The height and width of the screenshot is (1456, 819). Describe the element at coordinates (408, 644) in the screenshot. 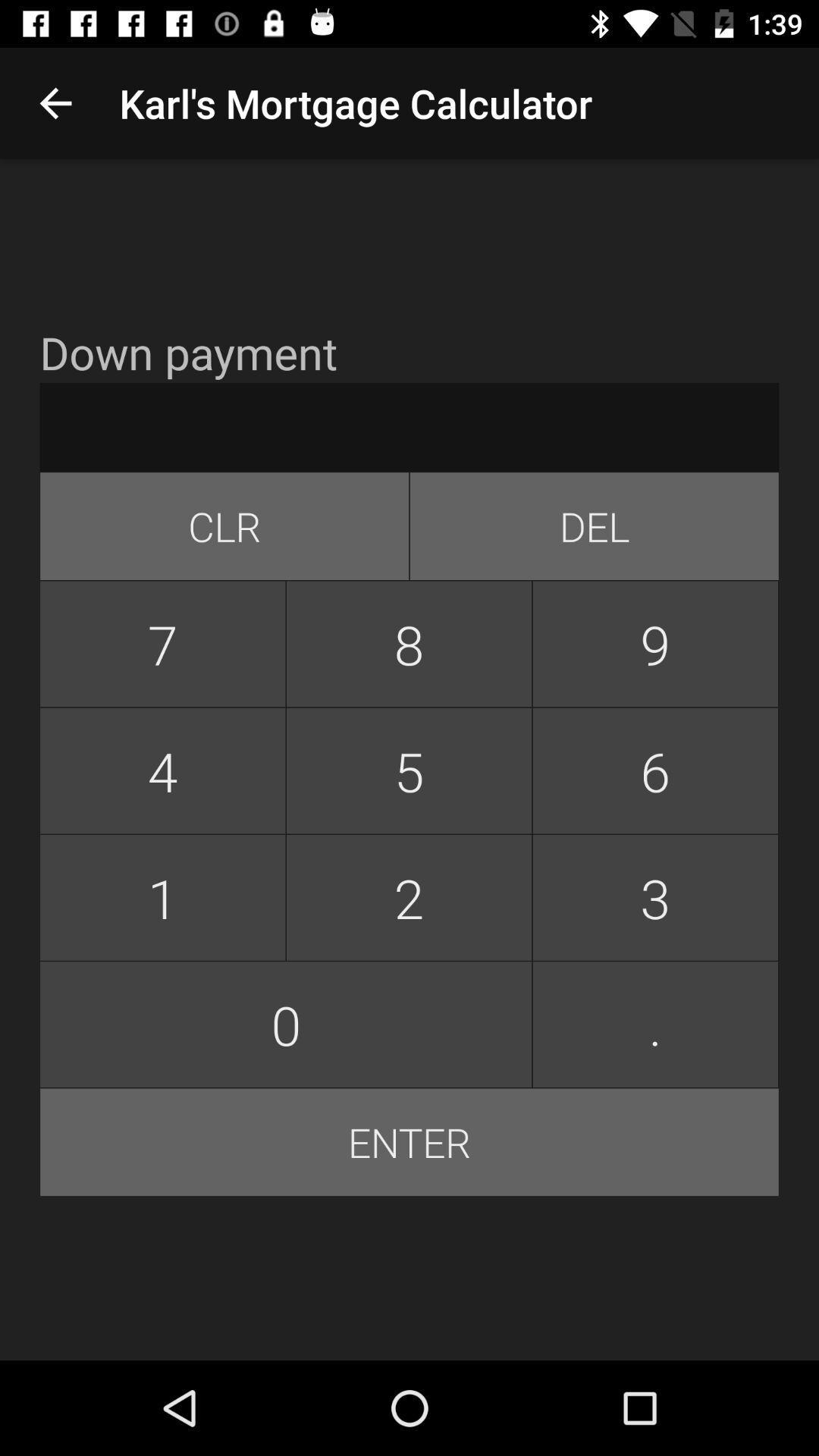

I see `the icon below clr` at that location.